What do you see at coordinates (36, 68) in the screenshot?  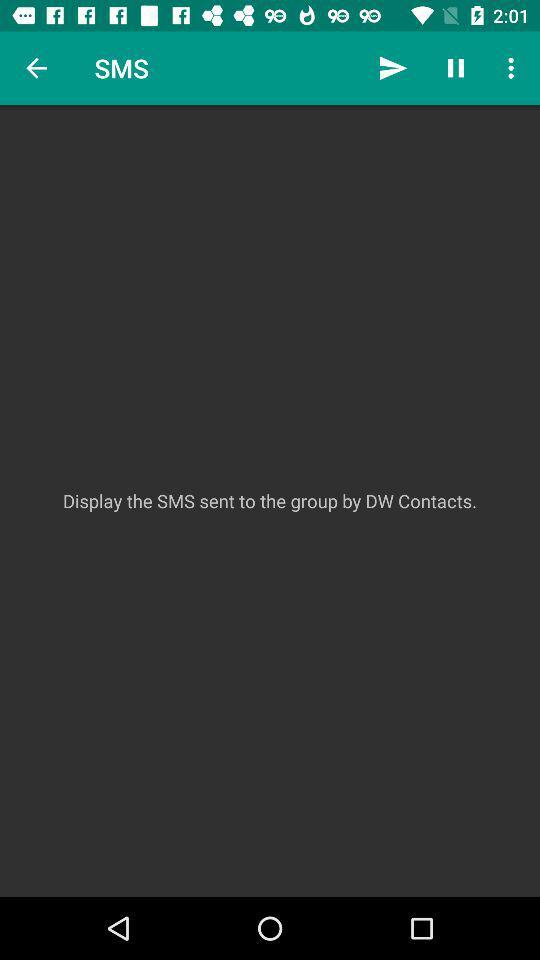 I see `the icon above display the sms` at bounding box center [36, 68].